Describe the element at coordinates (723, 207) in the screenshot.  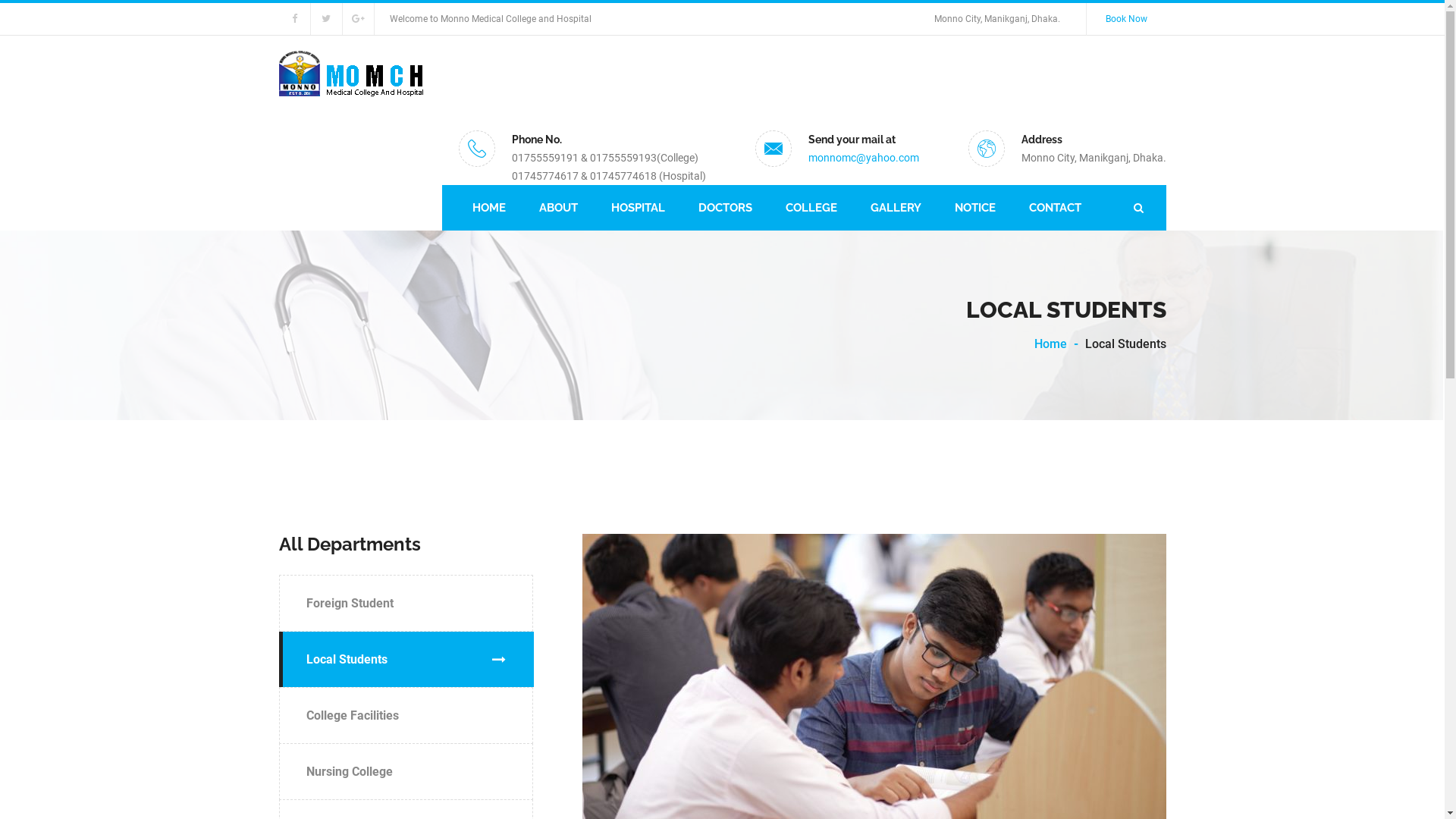
I see `'DOCTORS'` at that location.